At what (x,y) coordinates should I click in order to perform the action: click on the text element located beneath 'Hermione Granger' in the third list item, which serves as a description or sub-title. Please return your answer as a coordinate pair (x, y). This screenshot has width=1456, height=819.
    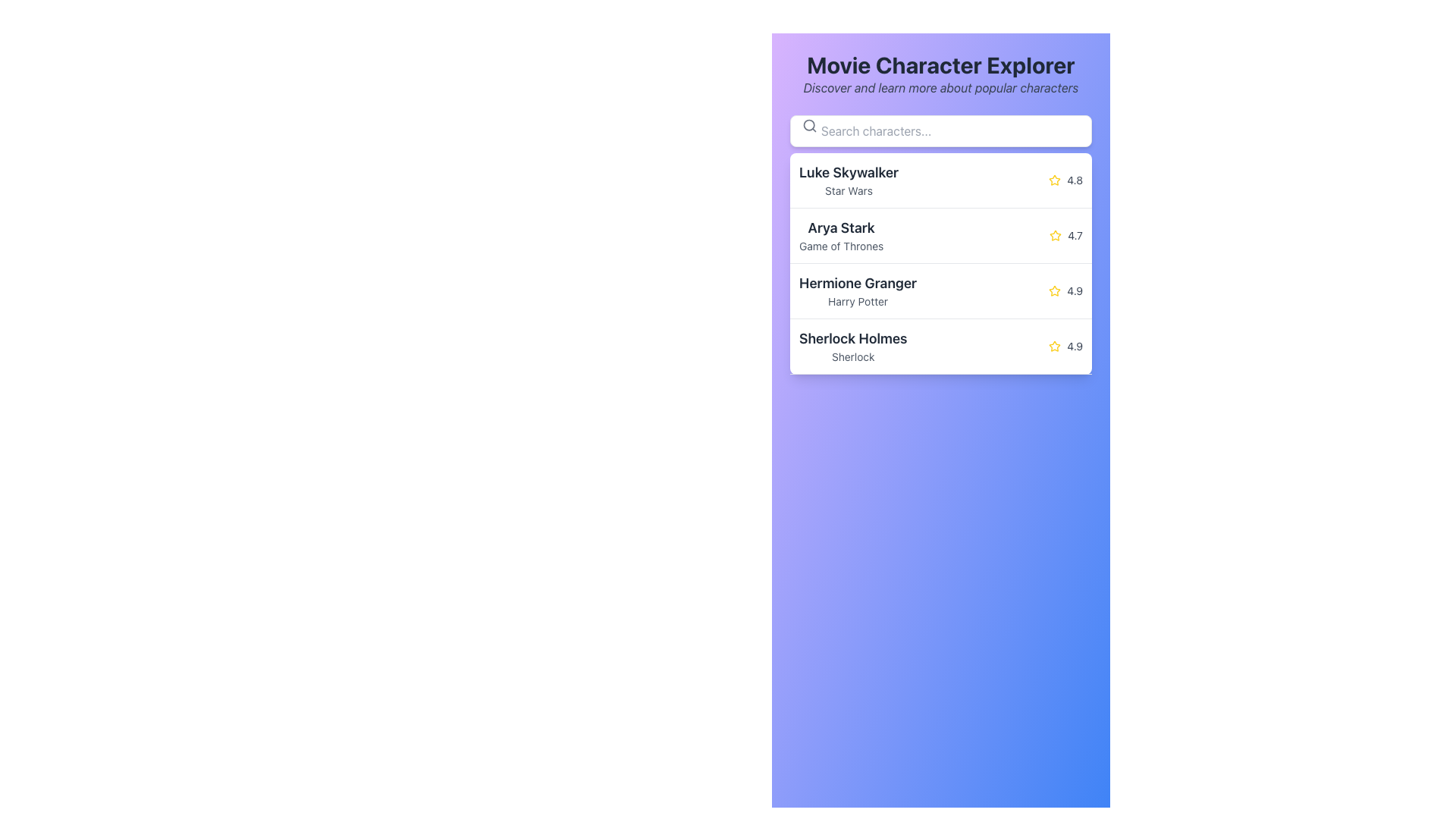
    Looking at the image, I should click on (858, 301).